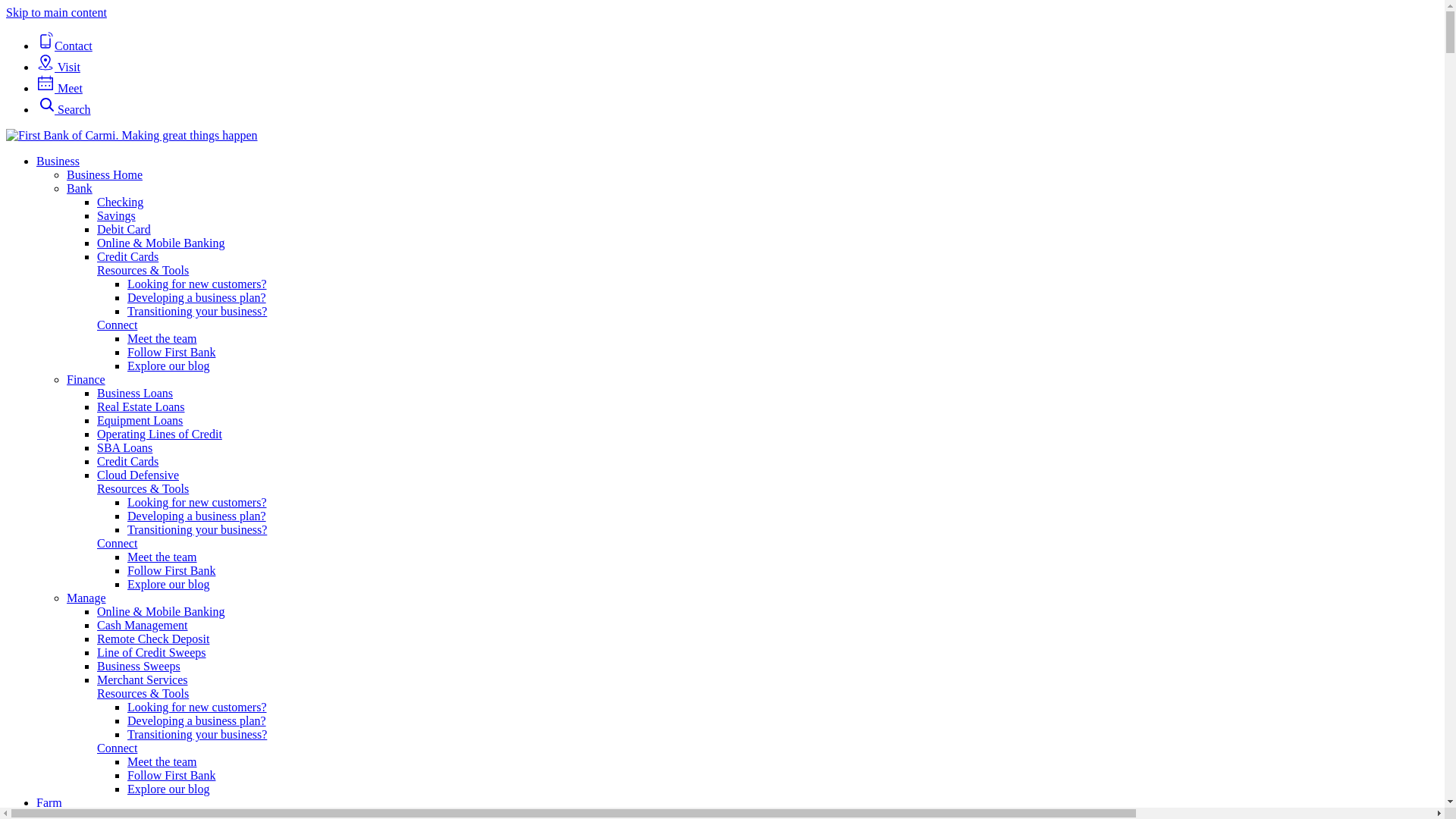 The width and height of the screenshot is (1456, 819). What do you see at coordinates (143, 269) in the screenshot?
I see `'Resources & Tools'` at bounding box center [143, 269].